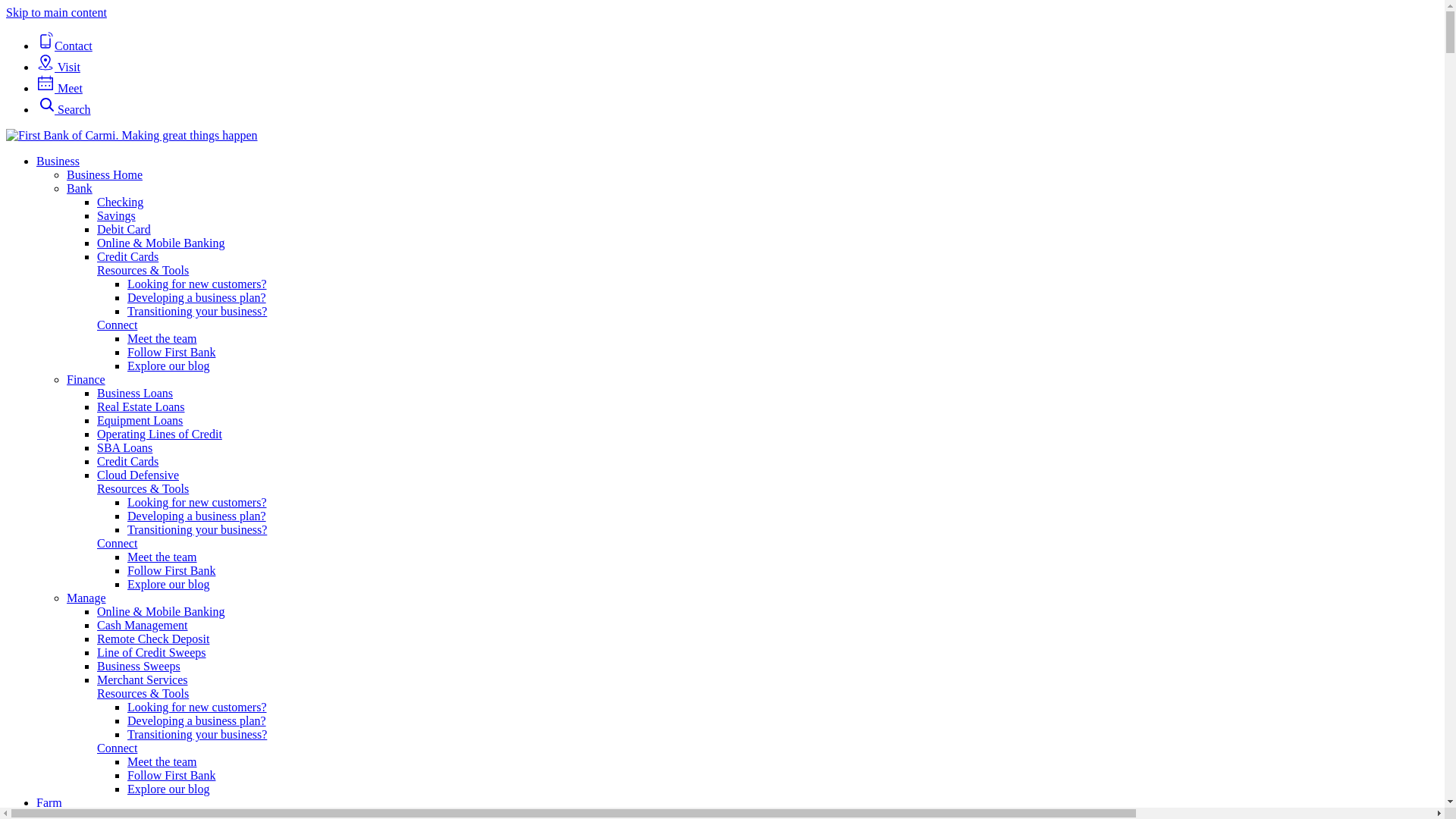 The width and height of the screenshot is (1456, 819). What do you see at coordinates (143, 269) in the screenshot?
I see `'Resources & Tools'` at bounding box center [143, 269].